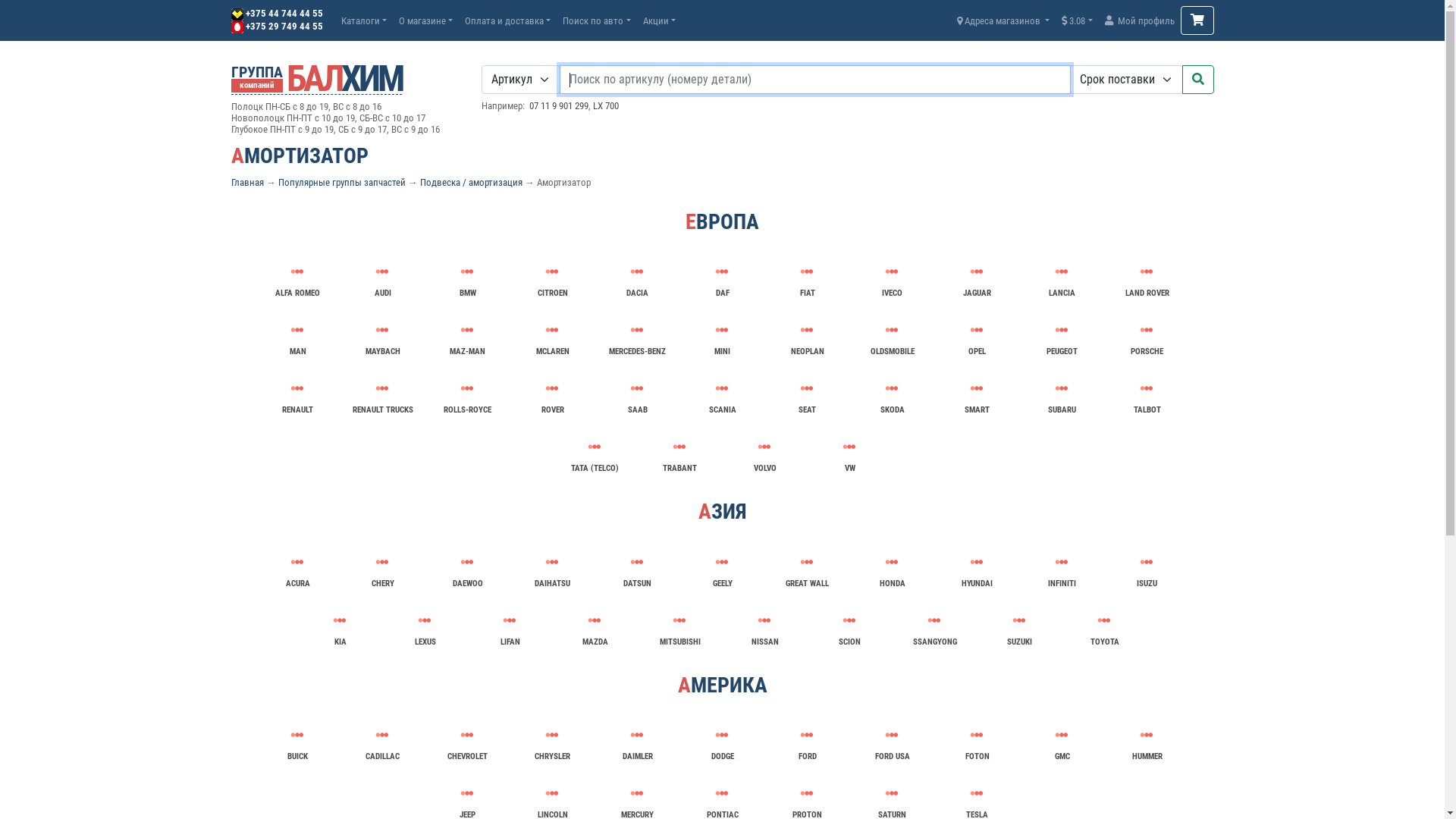  I want to click on 'DODGE', so click(720, 733).